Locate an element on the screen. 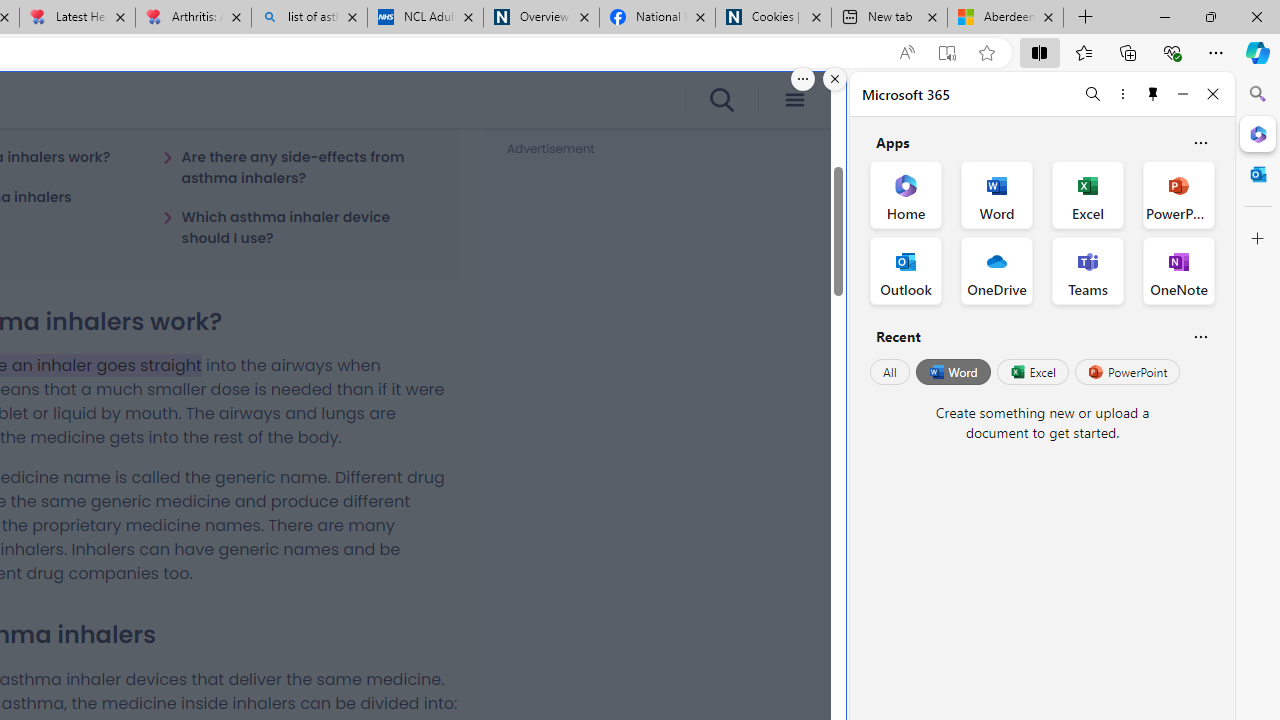 This screenshot has width=1280, height=720. 'Teams Office App' is located at coordinates (1087, 271).